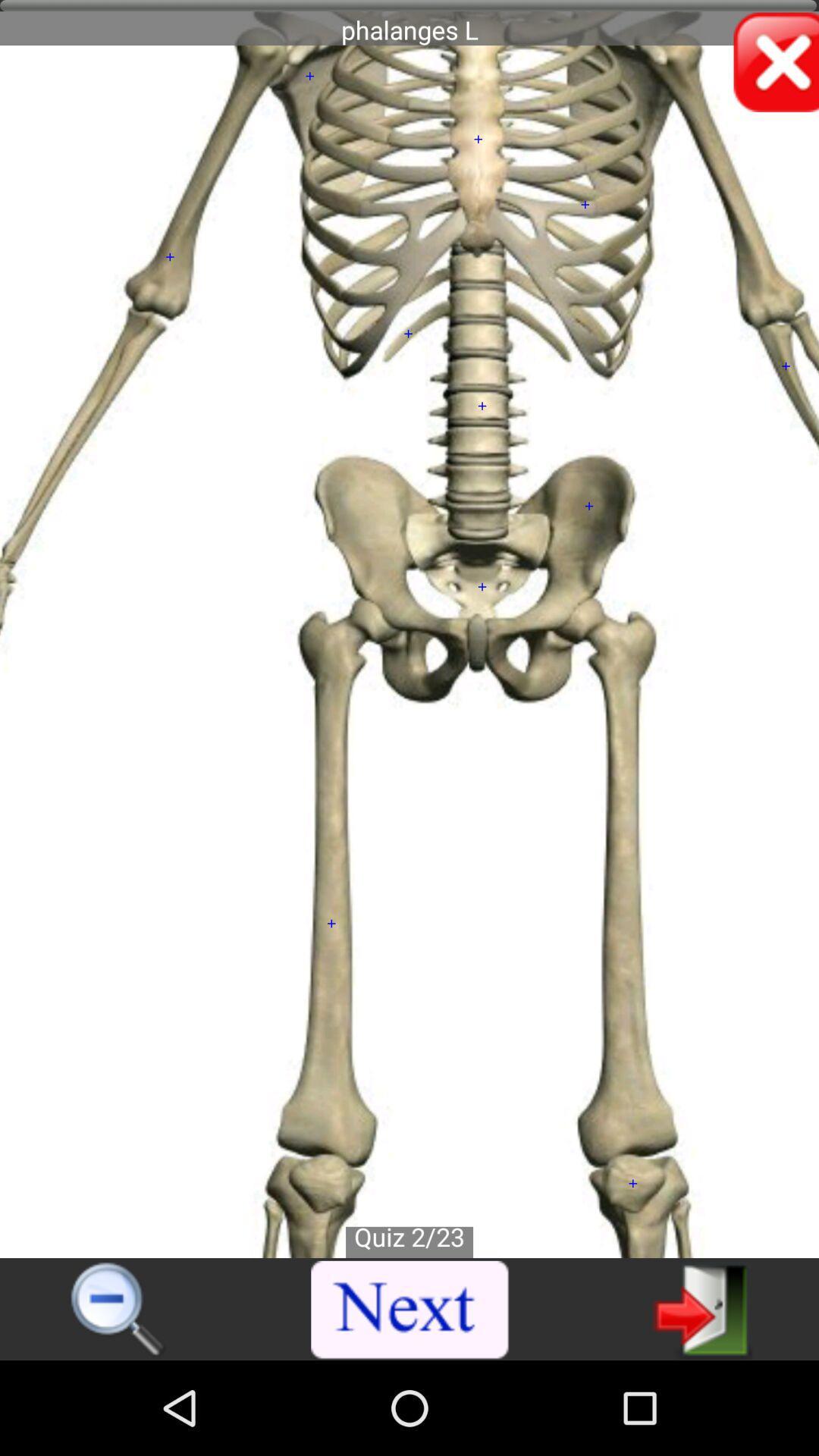 The height and width of the screenshot is (1456, 819). What do you see at coordinates (410, 1310) in the screenshot?
I see `next button` at bounding box center [410, 1310].